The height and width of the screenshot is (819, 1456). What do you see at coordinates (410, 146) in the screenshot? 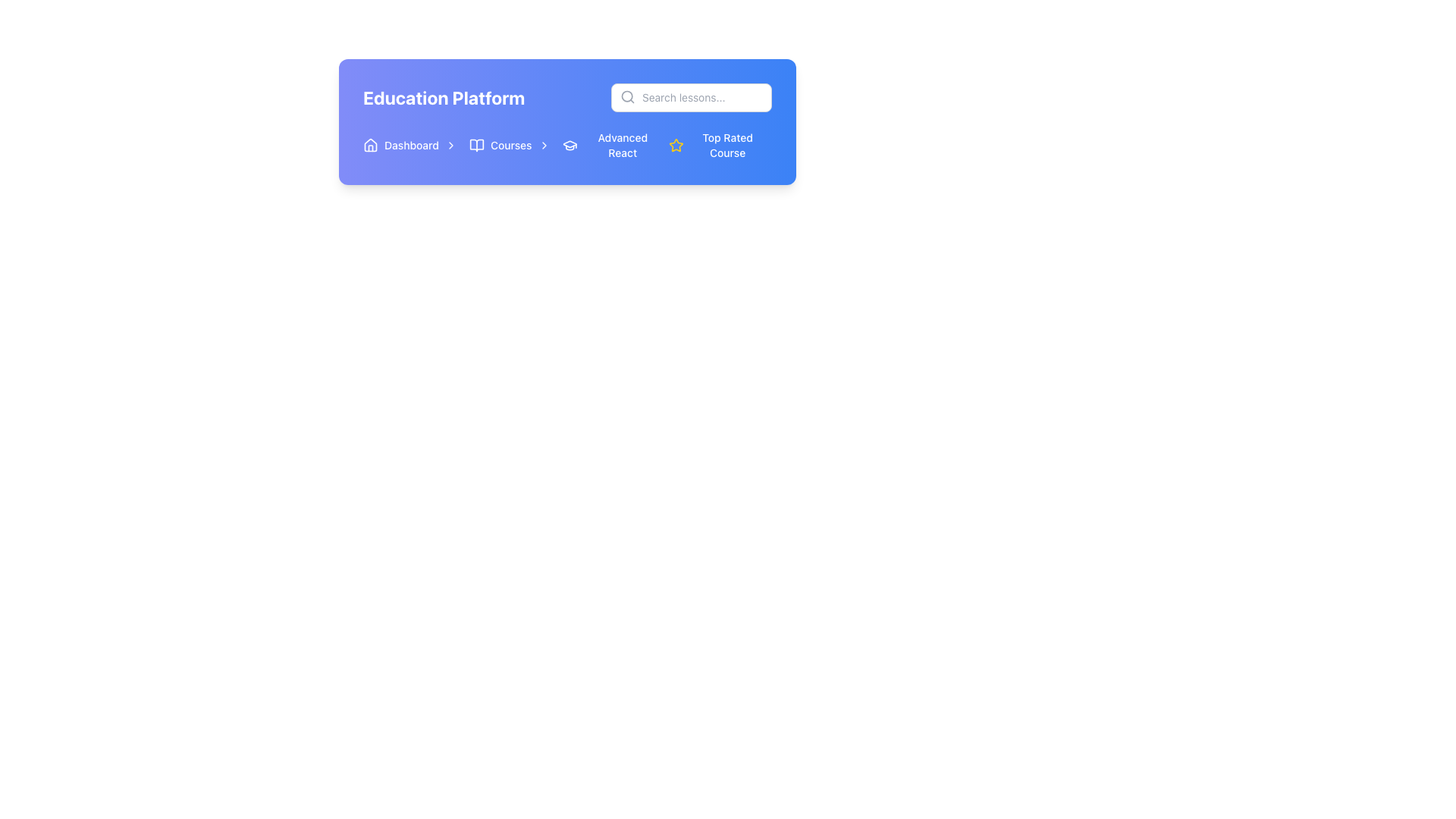
I see `the first breadcrumb navigation link in the horizontal navigation bar` at bounding box center [410, 146].